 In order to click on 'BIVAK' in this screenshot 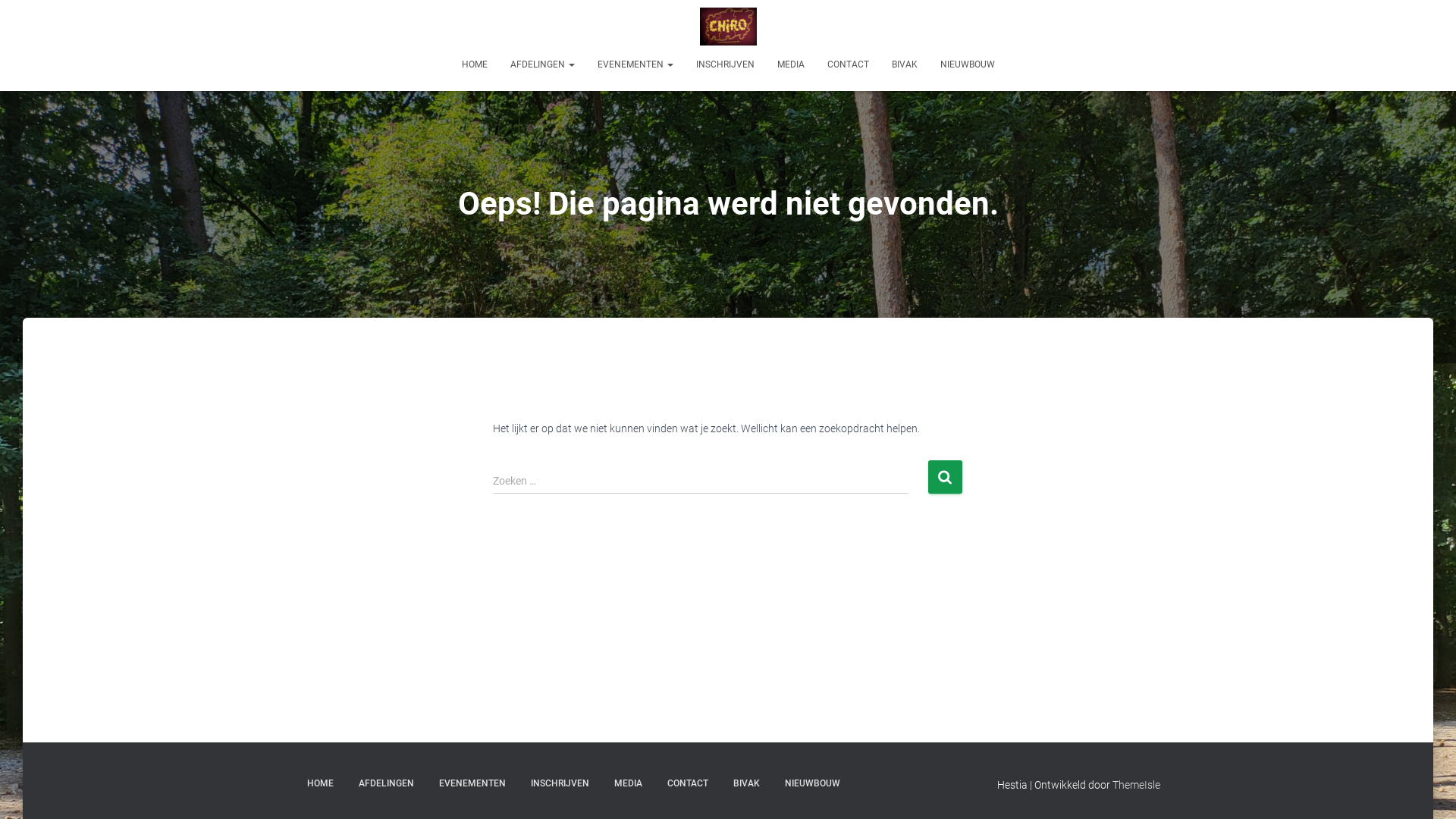, I will do `click(903, 63)`.